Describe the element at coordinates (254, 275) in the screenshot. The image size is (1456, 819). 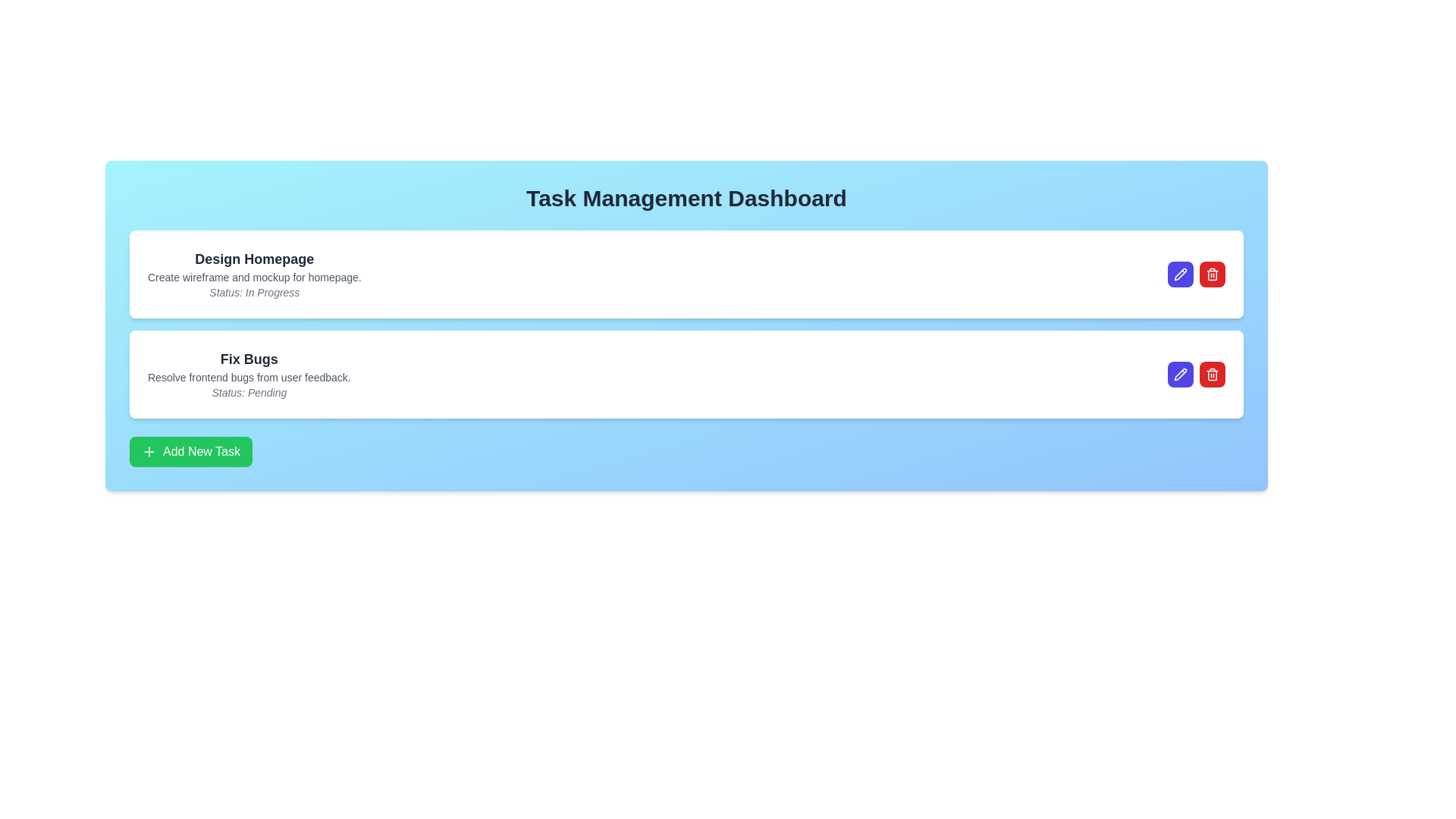
I see `the Text Content Block that displays 'Design Homepage' with the description 'Create wireframe and mockup for homepage.' and status 'Status: In Progress'` at that location.